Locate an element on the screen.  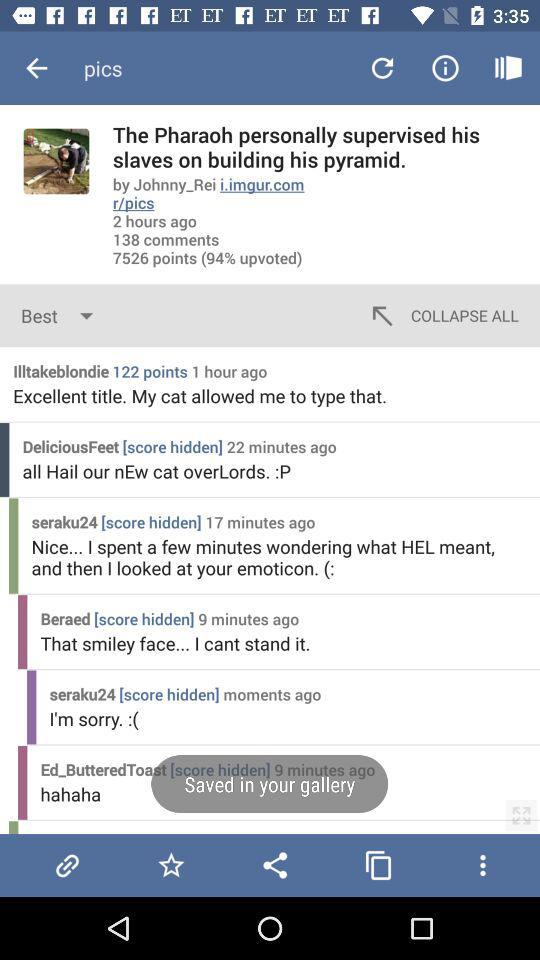
full screen is located at coordinates (521, 815).